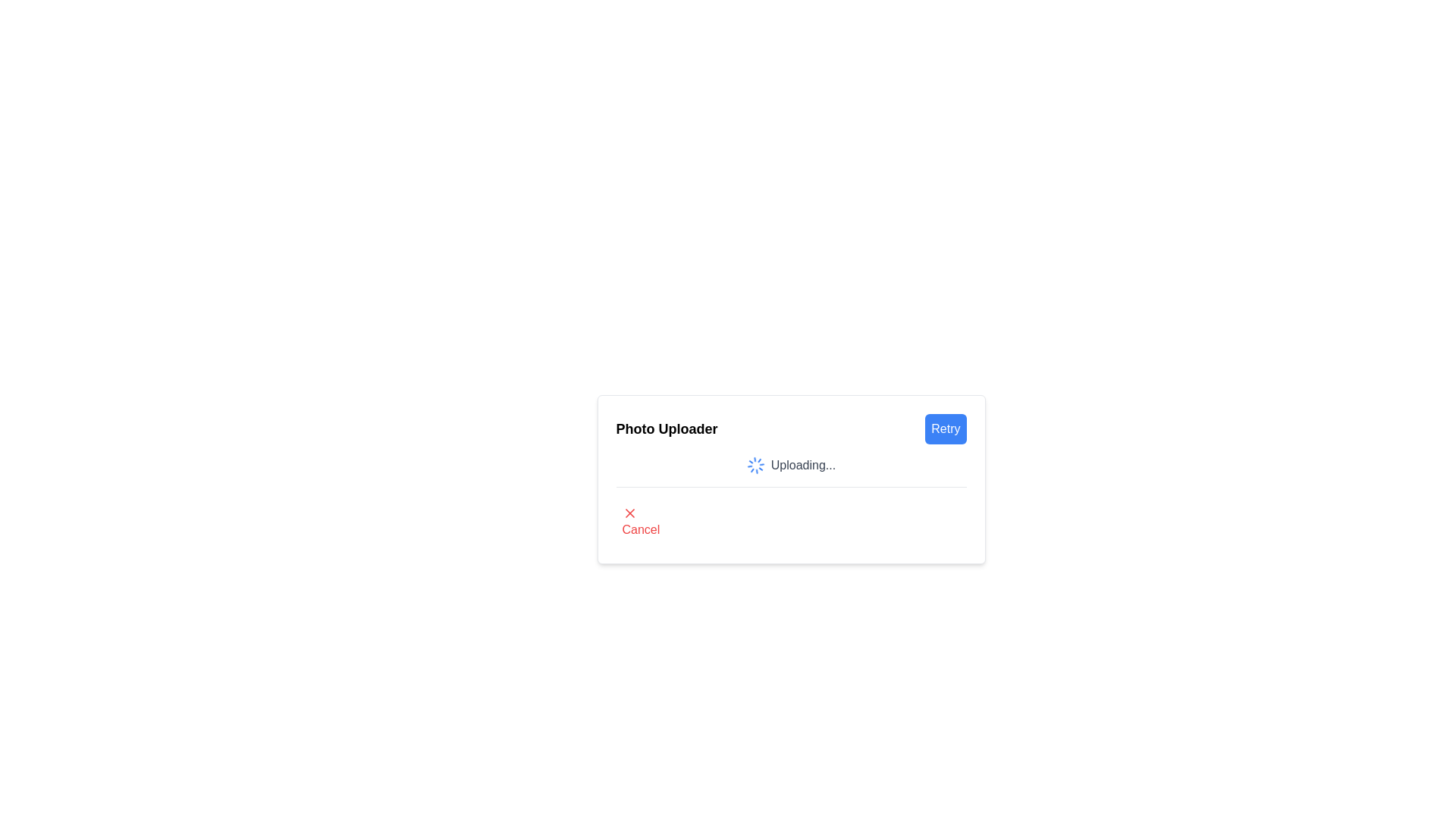  Describe the element at coordinates (755, 464) in the screenshot. I see `the circular blue loader animation located in the 'Photo Uploader' section, which is positioned to the left of the 'Uploading...' text` at that location.